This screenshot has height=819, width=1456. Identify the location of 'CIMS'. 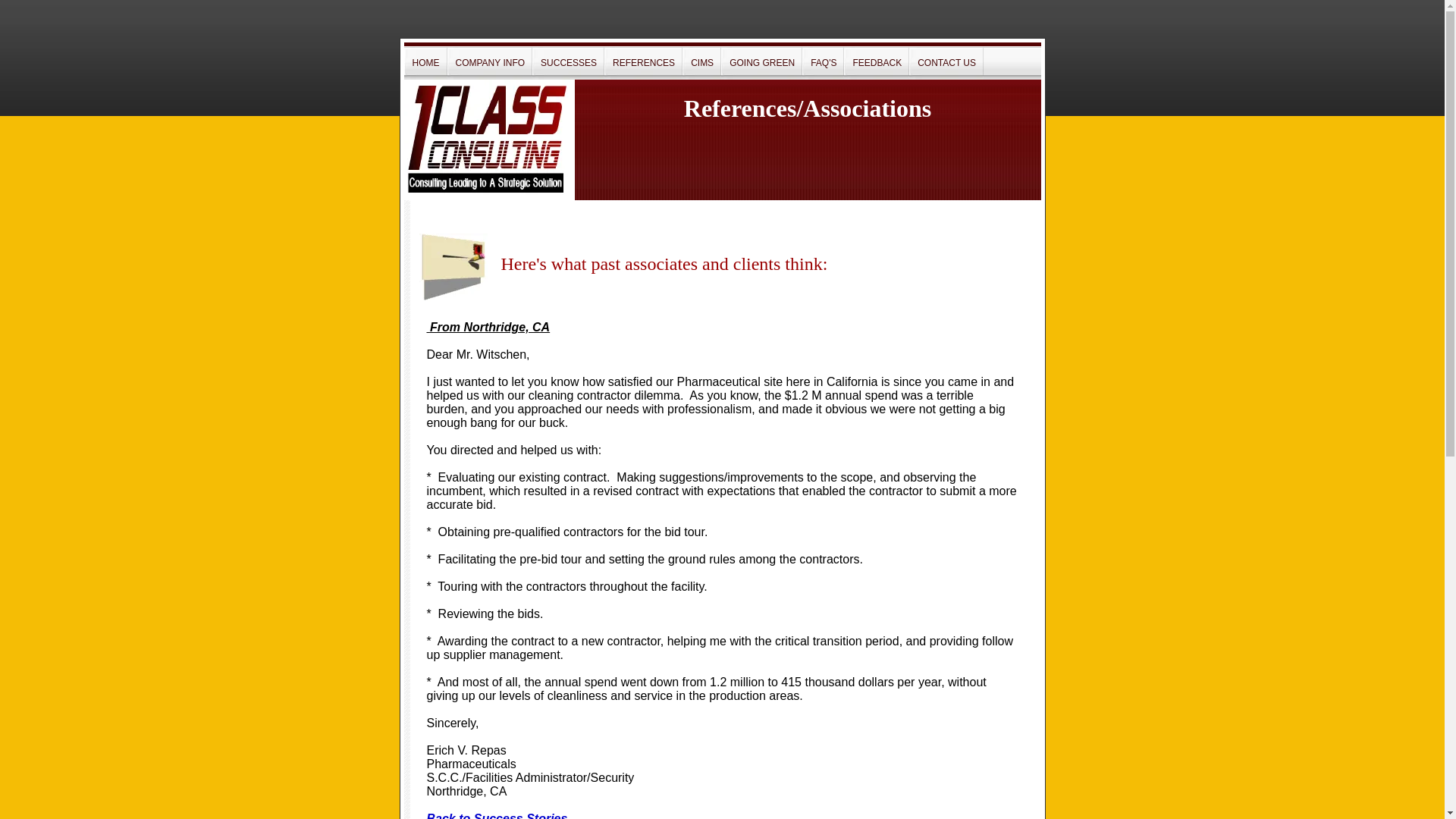
(701, 62).